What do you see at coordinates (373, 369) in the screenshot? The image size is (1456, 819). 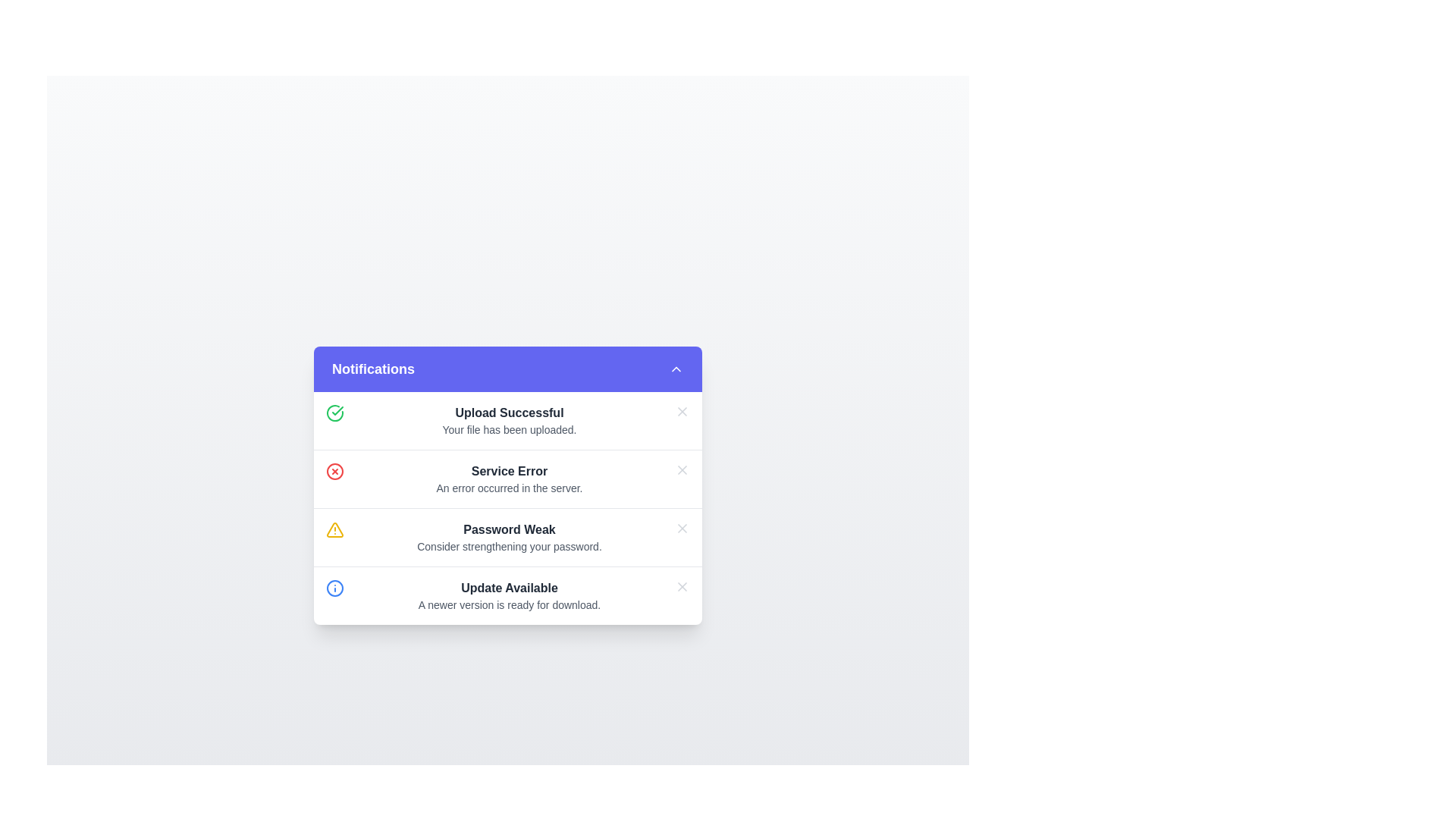 I see `the title text label for the notifications section, which is located near the top-left of the purple bar in the card interface` at bounding box center [373, 369].